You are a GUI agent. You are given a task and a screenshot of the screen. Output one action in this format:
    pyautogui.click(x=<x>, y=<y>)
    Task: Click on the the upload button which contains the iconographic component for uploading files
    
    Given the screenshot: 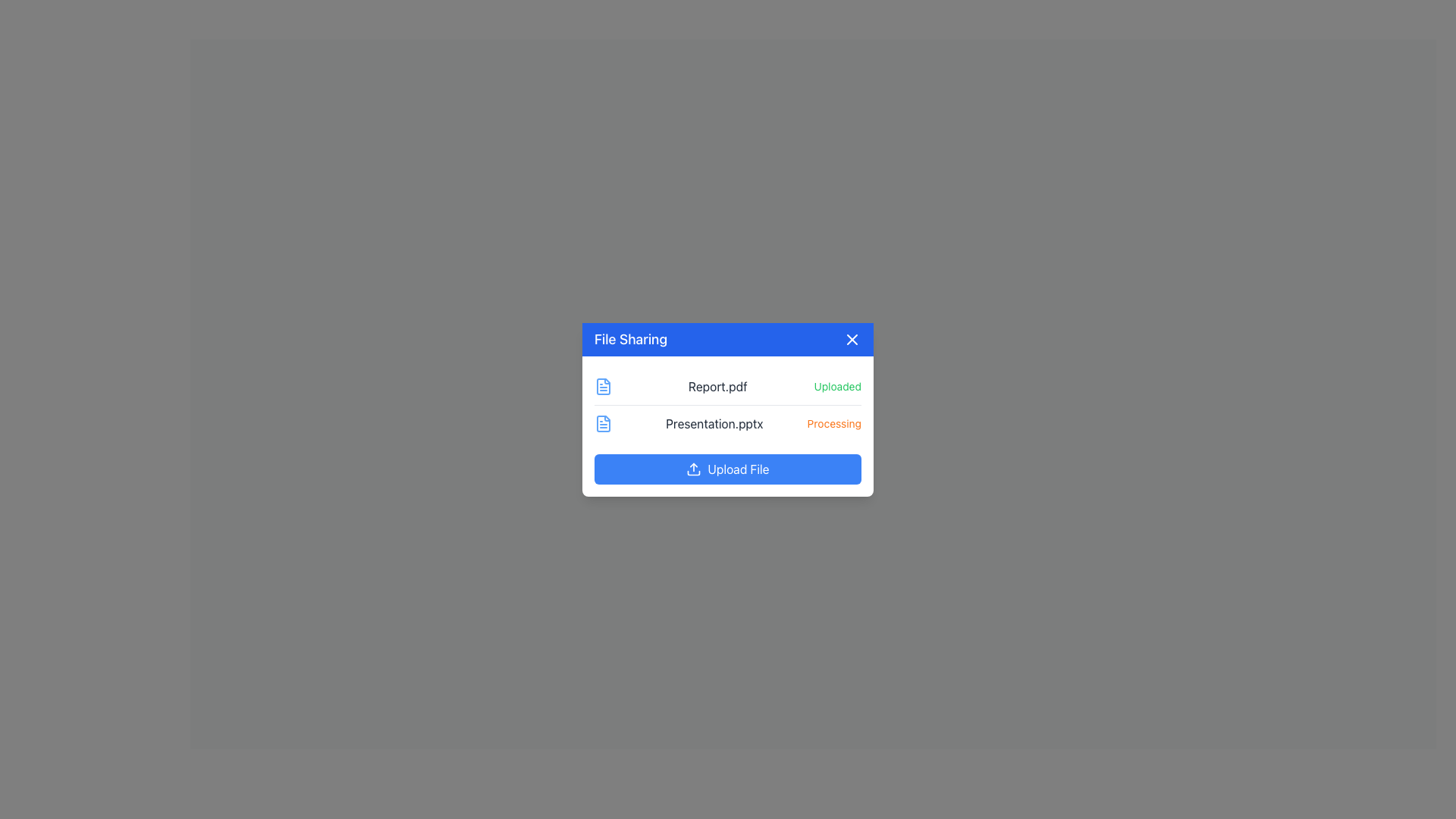 What is the action you would take?
    pyautogui.click(x=693, y=472)
    